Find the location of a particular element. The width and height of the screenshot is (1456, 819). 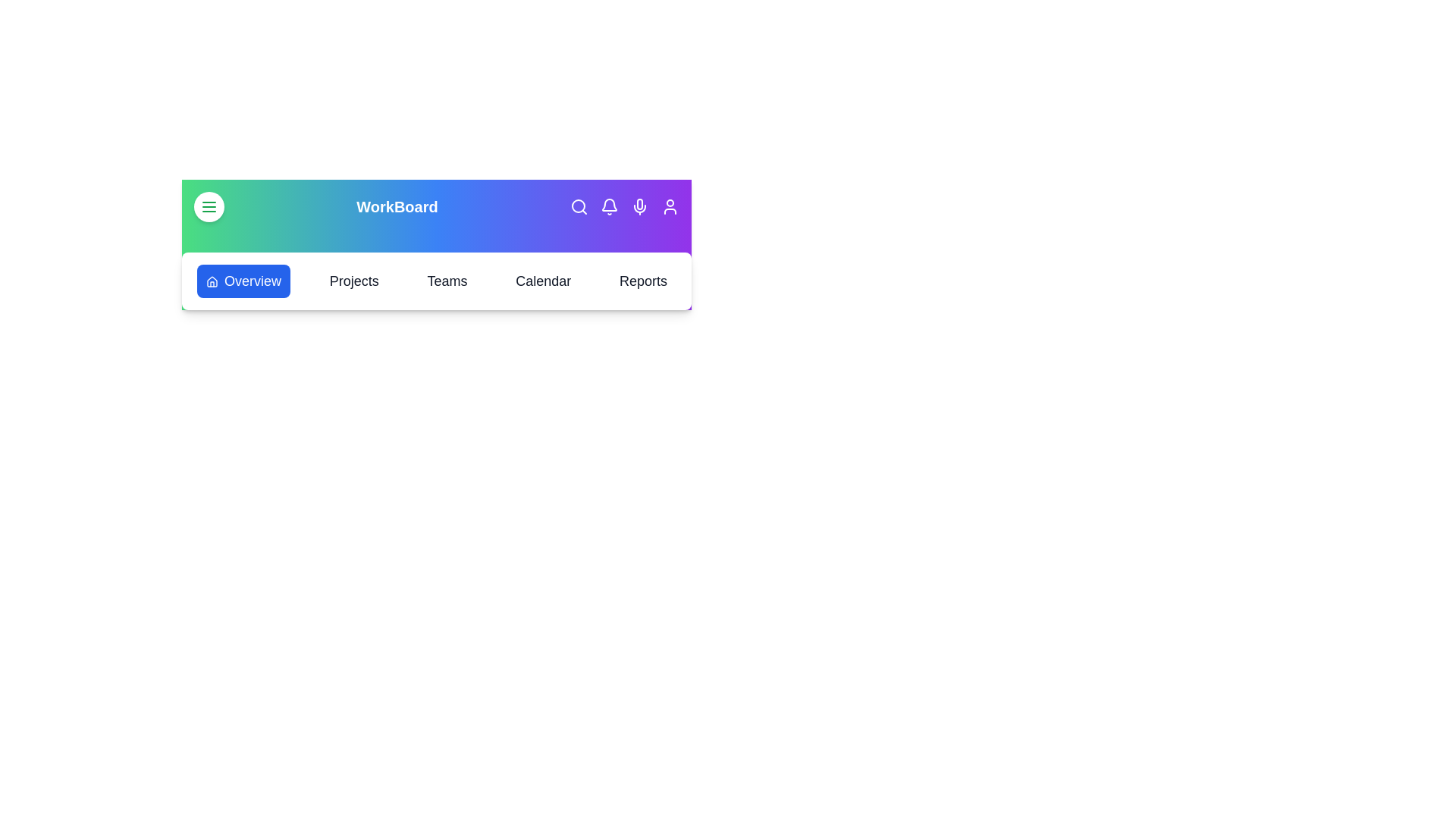

the Notifications icon is located at coordinates (609, 207).